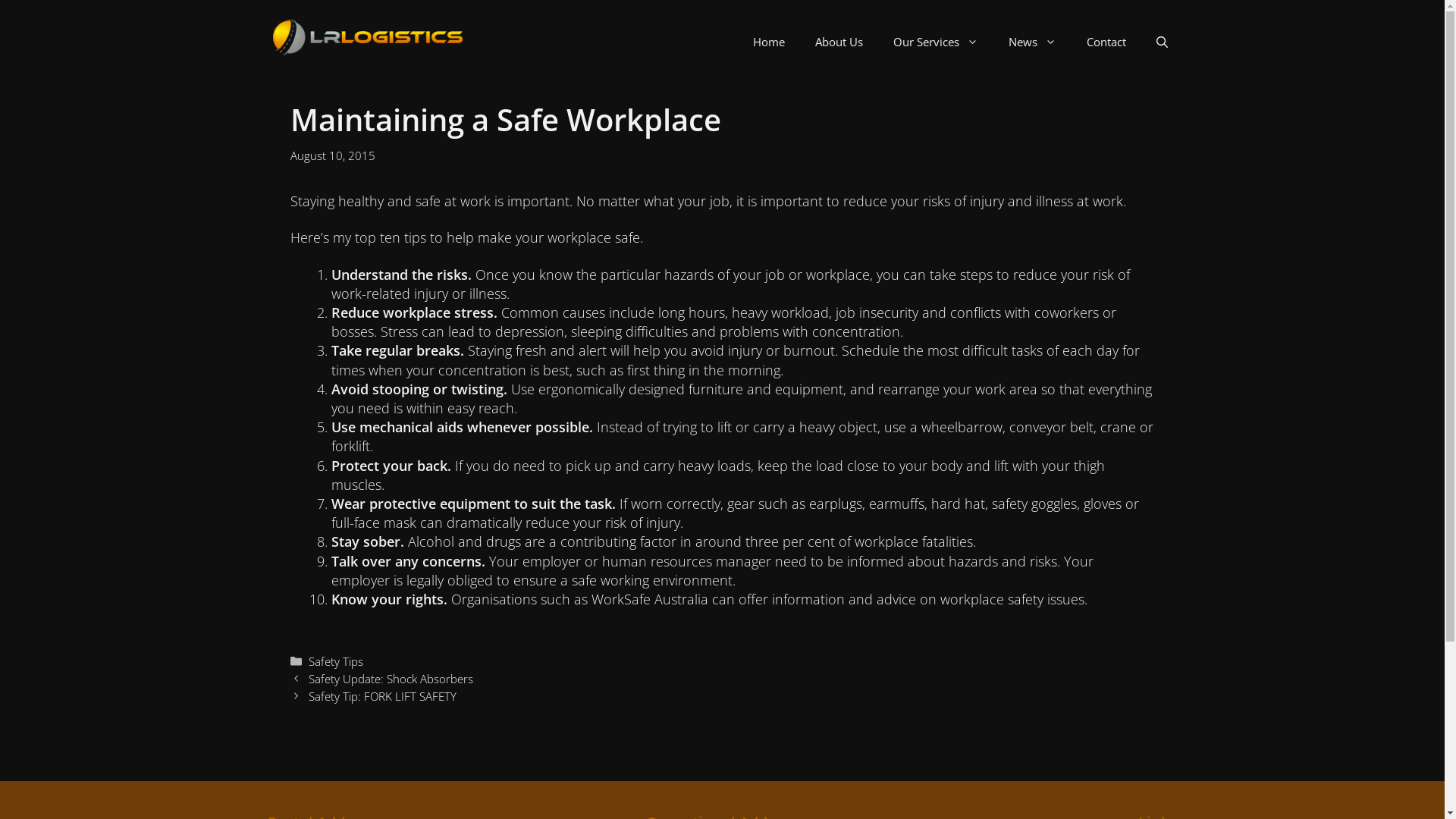 This screenshot has width=1456, height=819. Describe the element at coordinates (838, 40) in the screenshot. I see `'About Us'` at that location.